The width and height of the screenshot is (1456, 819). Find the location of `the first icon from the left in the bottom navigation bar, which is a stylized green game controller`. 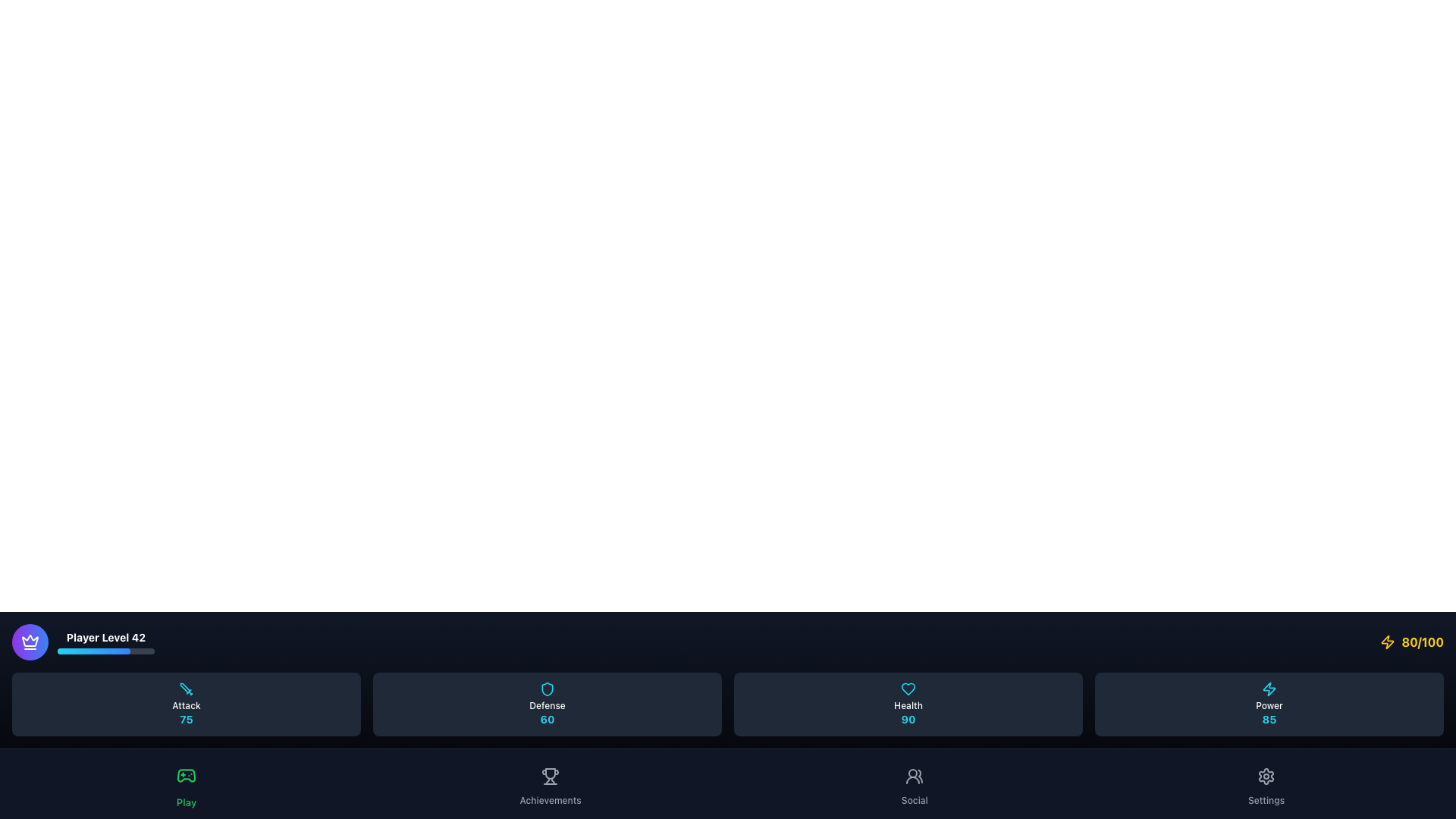

the first icon from the left in the bottom navigation bar, which is a stylized green game controller is located at coordinates (185, 775).